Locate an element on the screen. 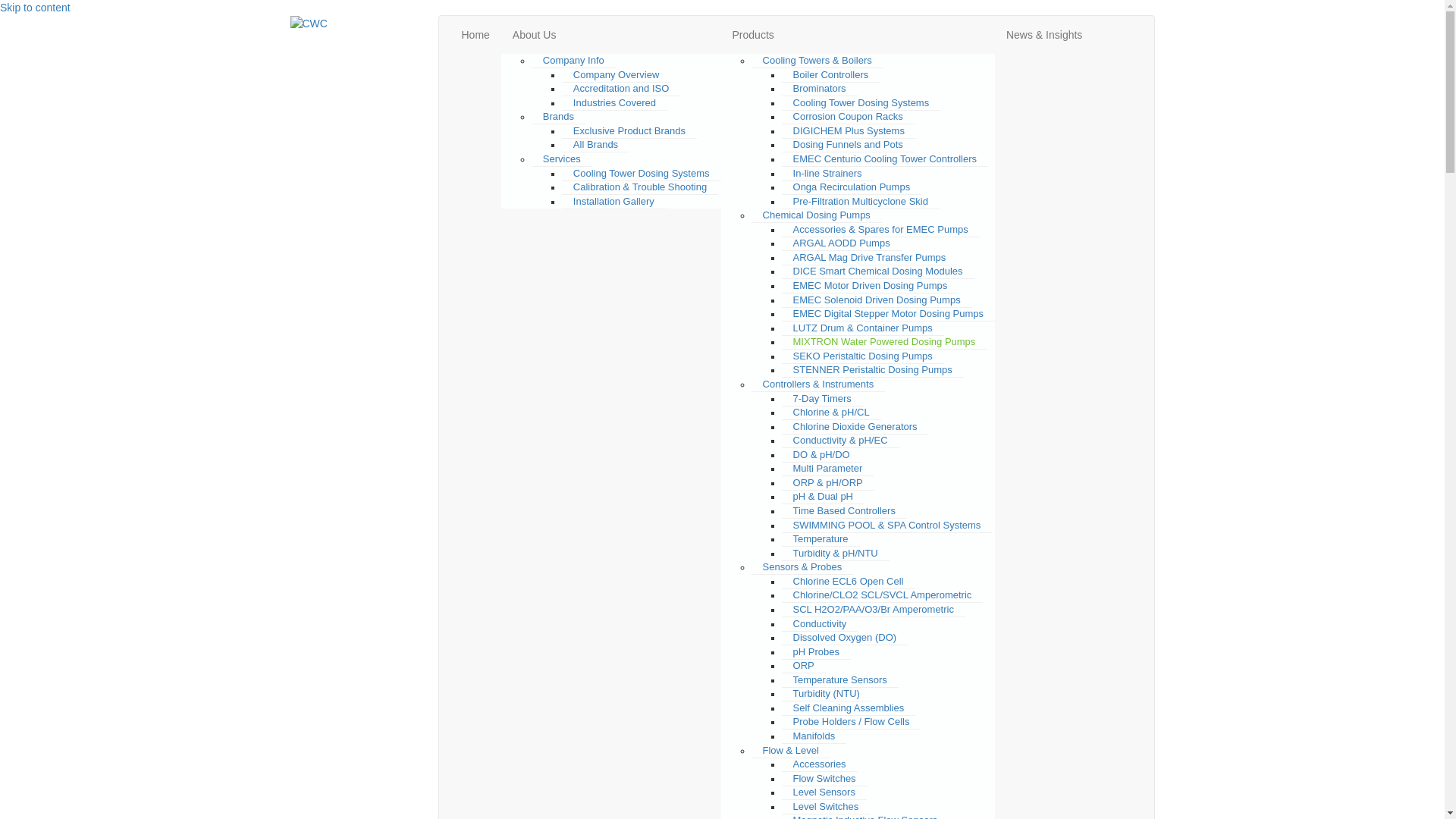  'Multi Parameter' is located at coordinates (827, 467).